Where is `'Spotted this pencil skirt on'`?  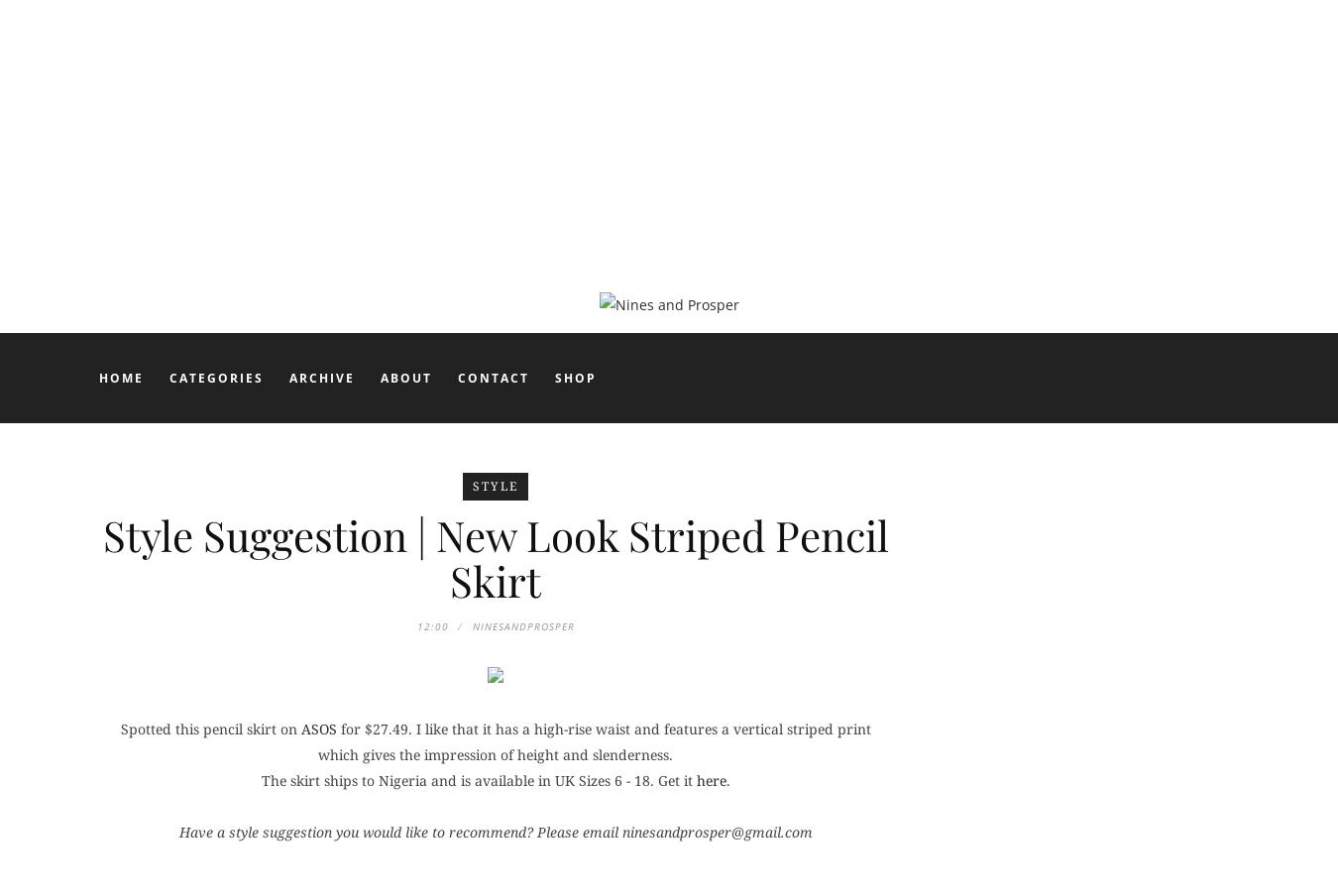
'Spotted this pencil skirt on' is located at coordinates (209, 727).